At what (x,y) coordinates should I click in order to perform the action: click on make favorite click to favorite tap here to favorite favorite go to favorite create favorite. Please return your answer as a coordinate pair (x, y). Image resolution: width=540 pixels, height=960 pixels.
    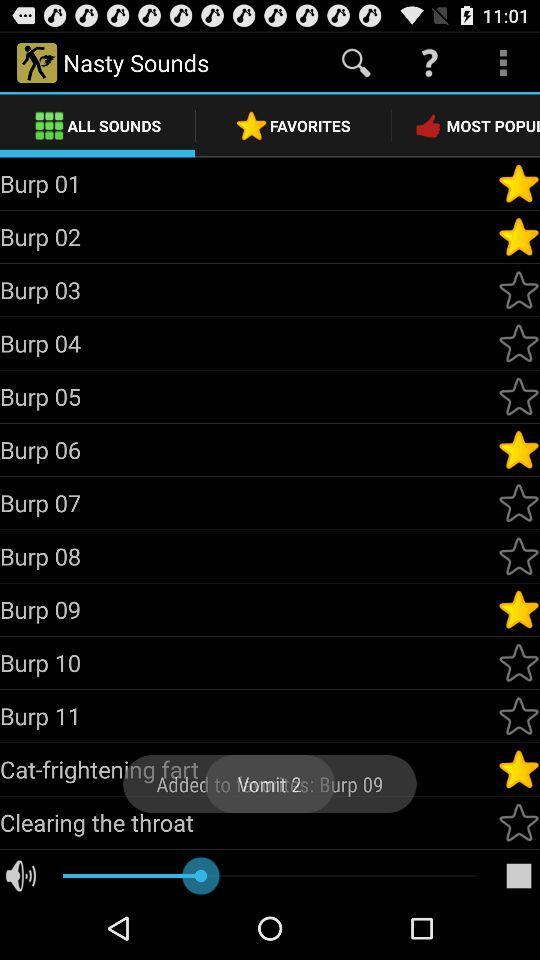
    Looking at the image, I should click on (518, 237).